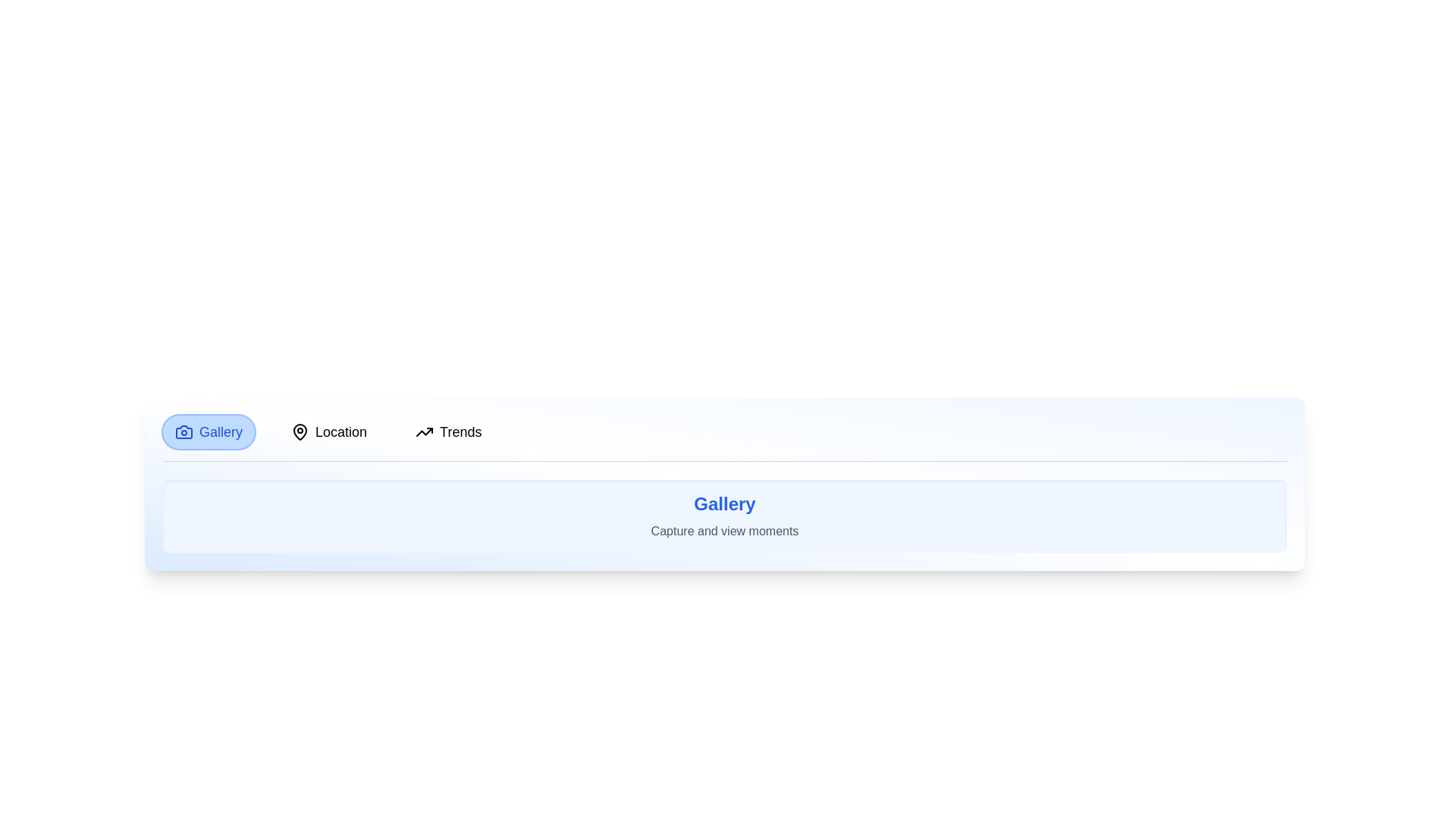 The image size is (1456, 819). What do you see at coordinates (447, 432) in the screenshot?
I see `the Trends tab to observe the active tab styling changes` at bounding box center [447, 432].